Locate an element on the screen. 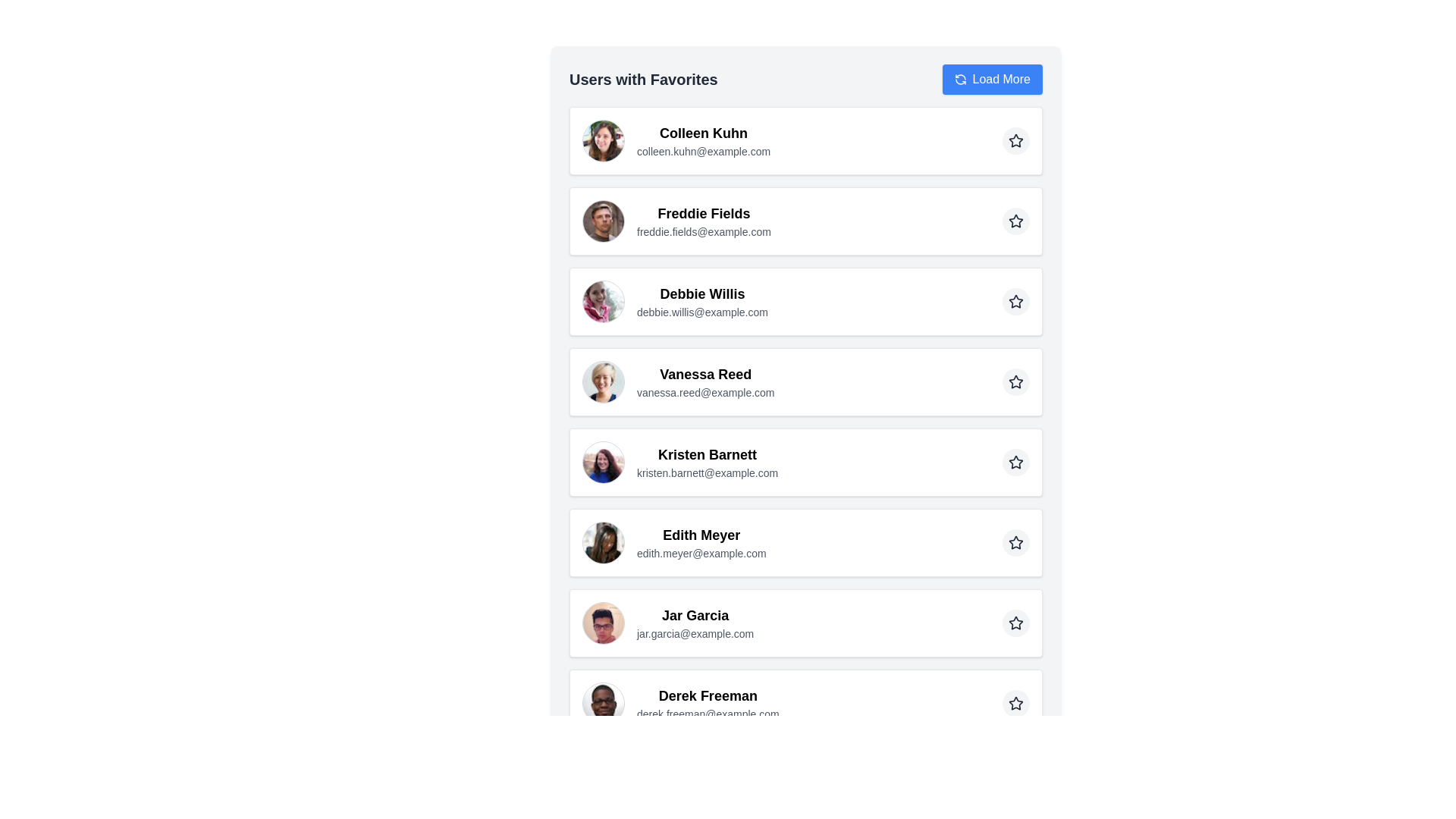 The image size is (1456, 819). the star-shaped icon within the circular button associated with 'Kristen Barnett (kristen.barnett@example.com)' is located at coordinates (1015, 461).